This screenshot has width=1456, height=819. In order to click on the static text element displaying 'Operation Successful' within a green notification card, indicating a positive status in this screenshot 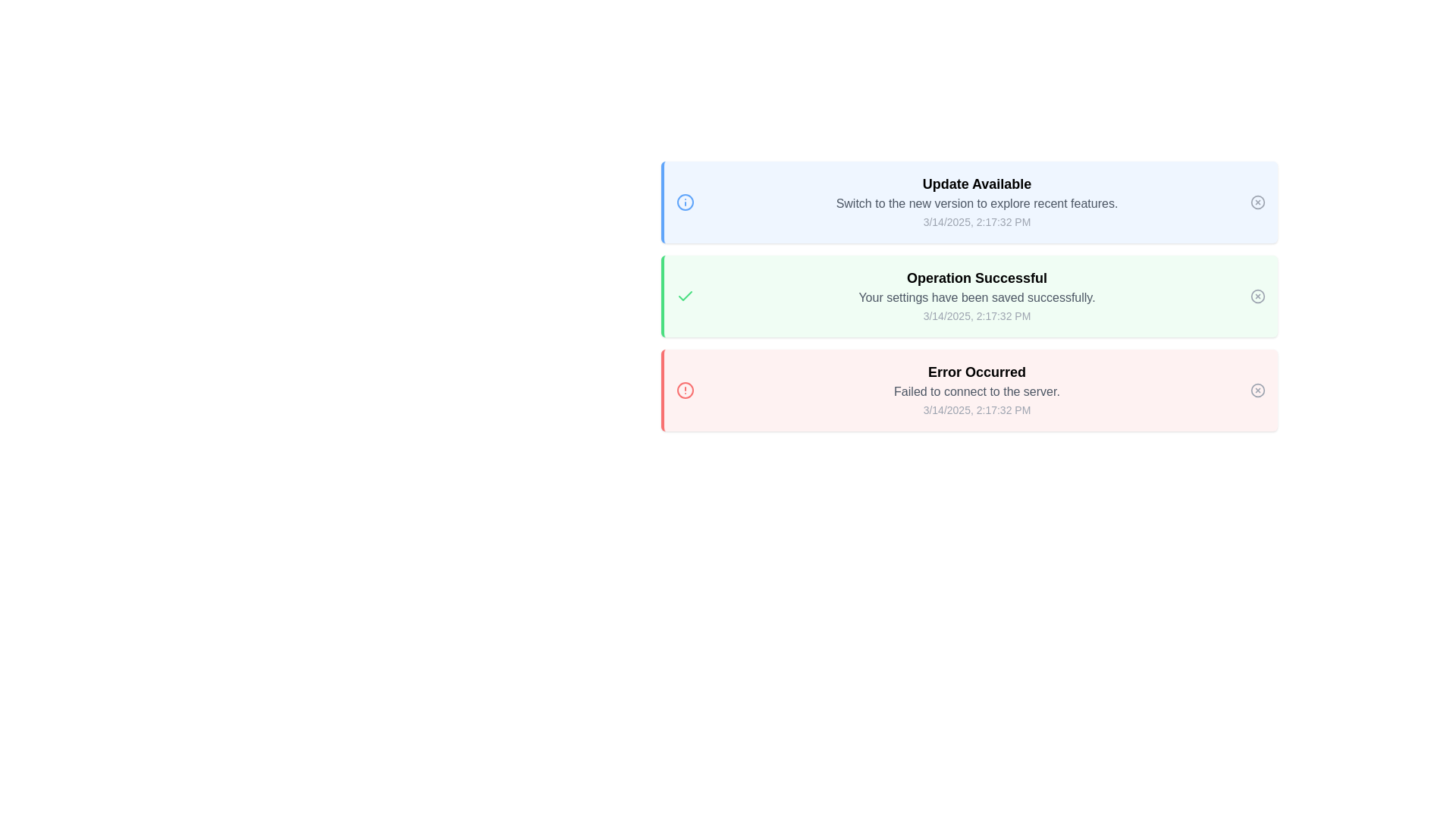, I will do `click(977, 278)`.